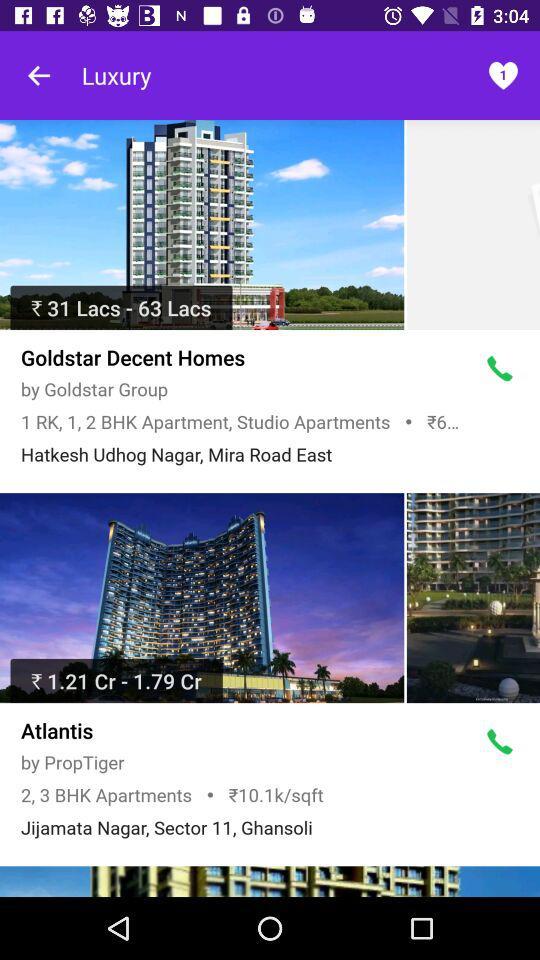  Describe the element at coordinates (39, 75) in the screenshot. I see `previous` at that location.